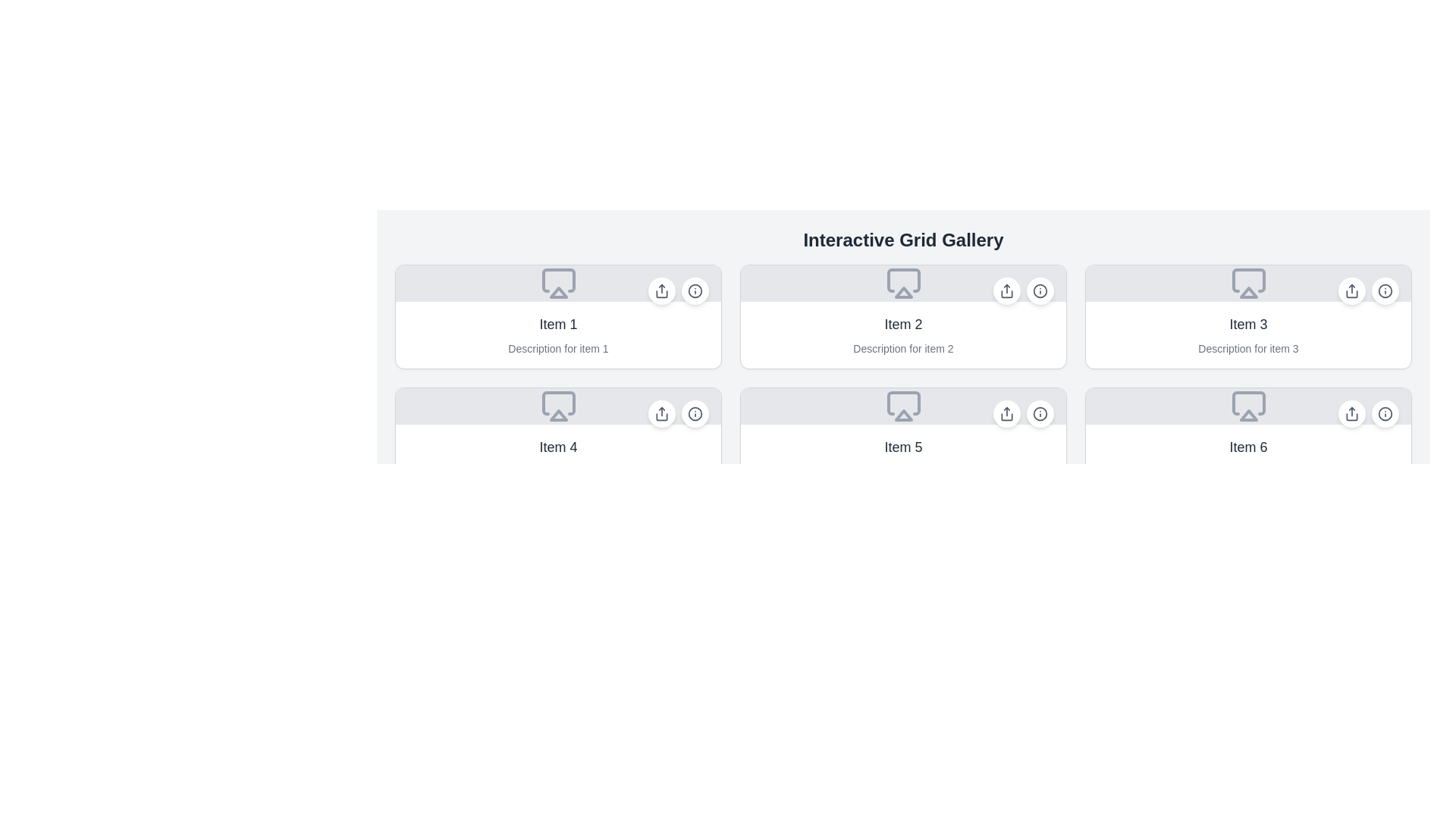  What do you see at coordinates (557, 406) in the screenshot?
I see `the Media placeholder located in the upper region of the fourth card labeled 'Item 4', which is centered horizontally above the text 'Item 4' and 'Description for item 4'` at bounding box center [557, 406].